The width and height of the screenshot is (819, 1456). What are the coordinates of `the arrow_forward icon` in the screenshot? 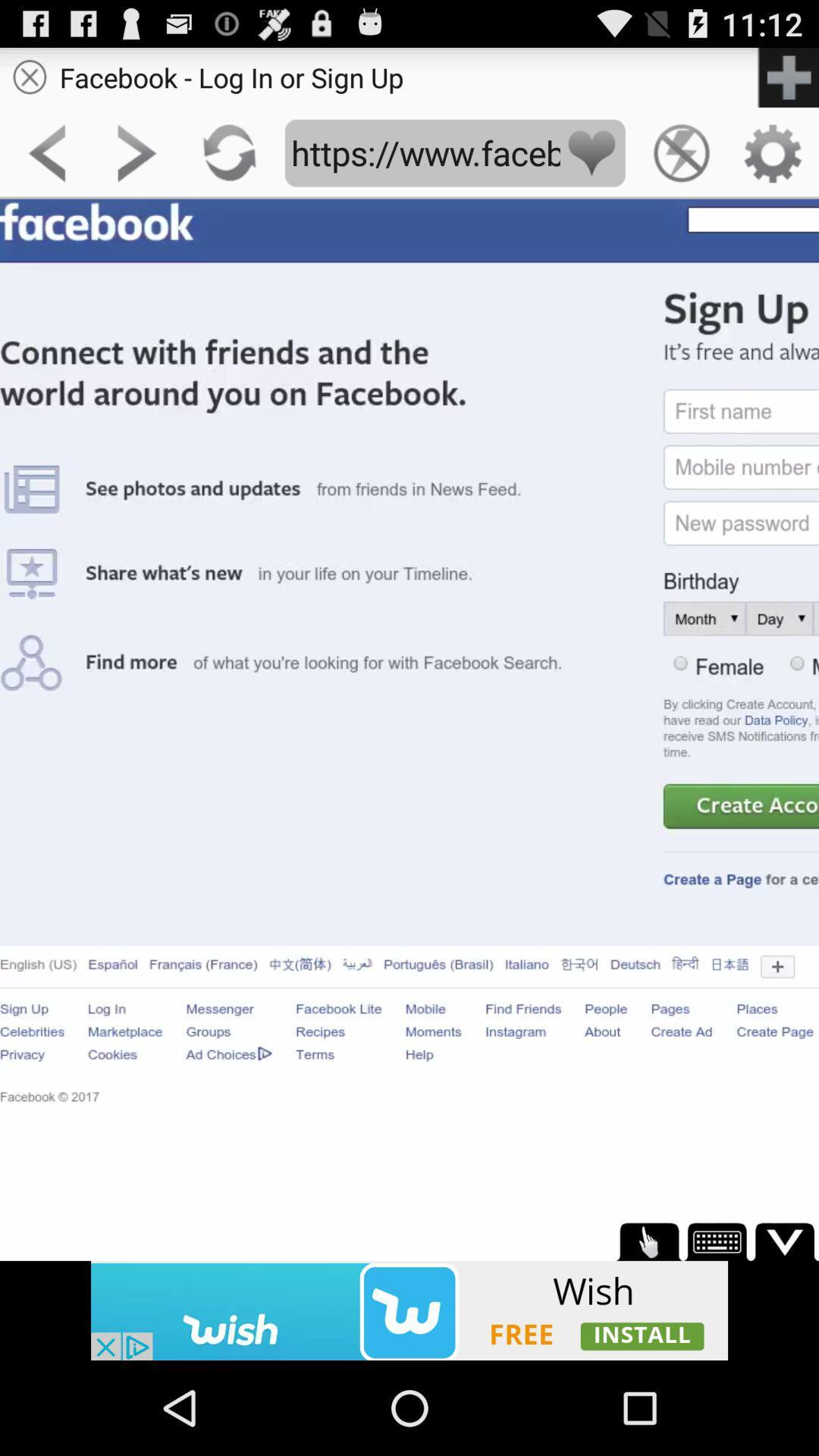 It's located at (137, 164).